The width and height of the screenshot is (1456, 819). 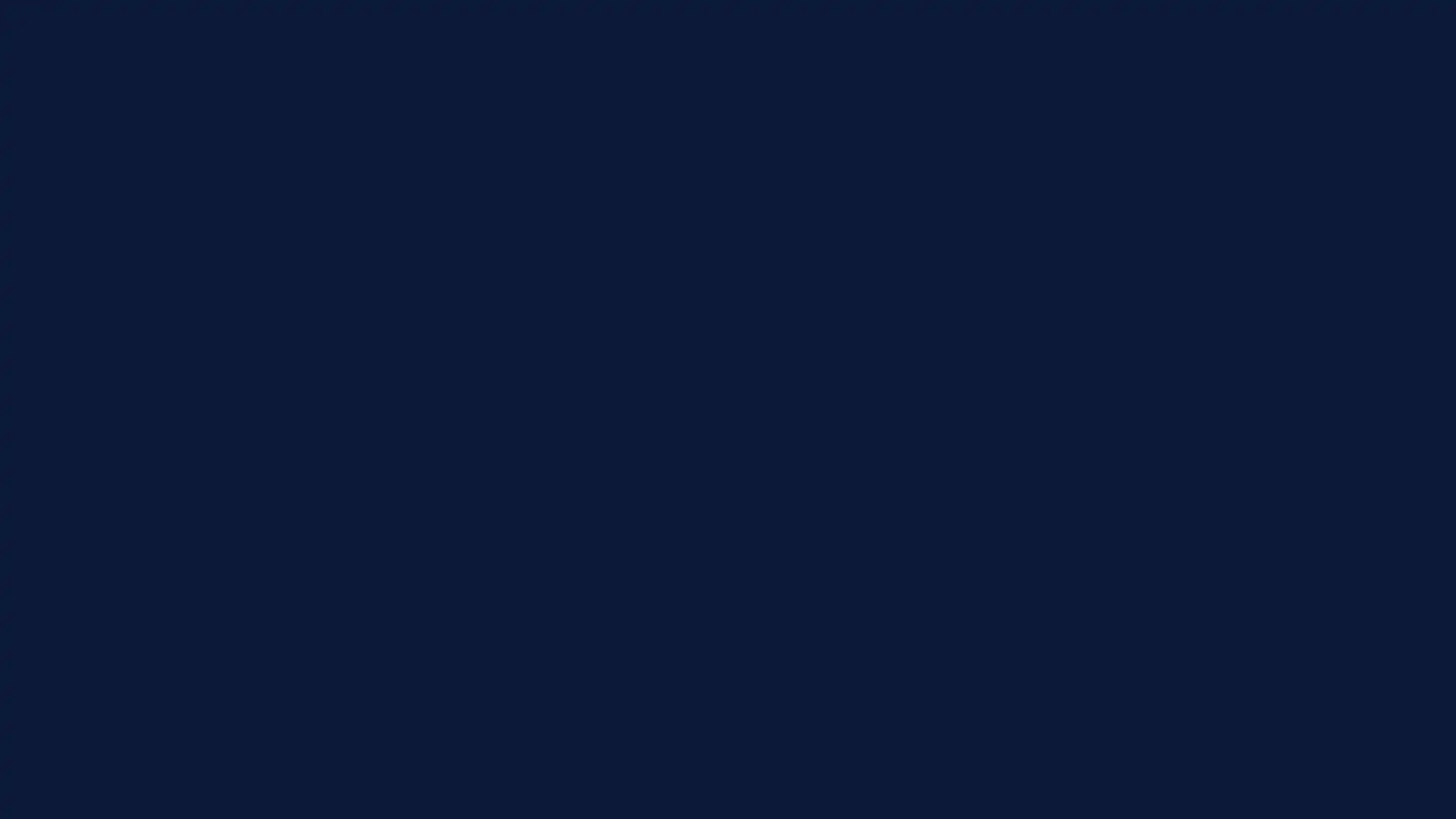 I want to click on Close, so click(x=1157, y=295).